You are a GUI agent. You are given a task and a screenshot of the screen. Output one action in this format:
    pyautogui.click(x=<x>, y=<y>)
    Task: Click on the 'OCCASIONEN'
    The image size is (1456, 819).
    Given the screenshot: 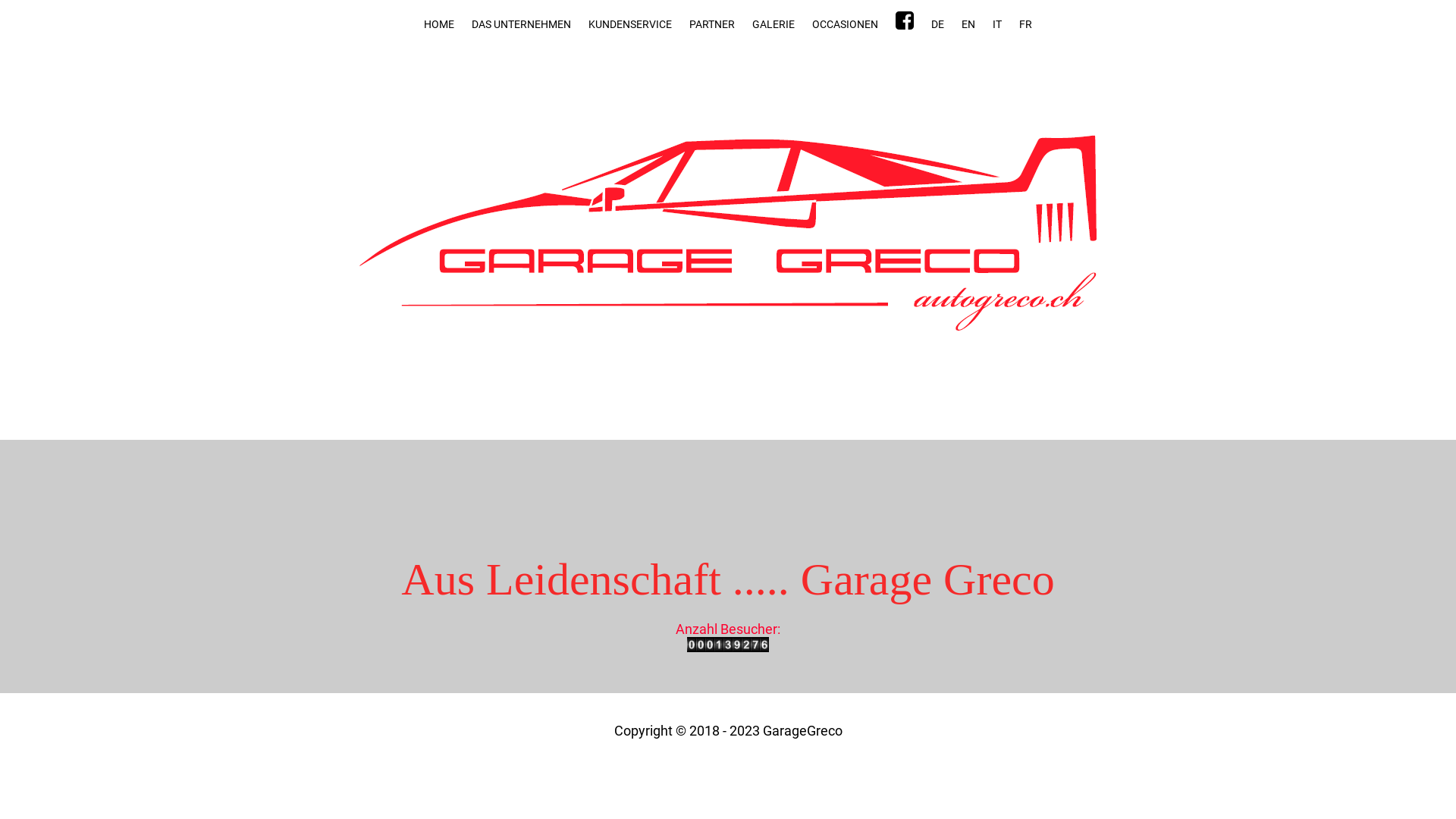 What is the action you would take?
    pyautogui.click(x=844, y=24)
    